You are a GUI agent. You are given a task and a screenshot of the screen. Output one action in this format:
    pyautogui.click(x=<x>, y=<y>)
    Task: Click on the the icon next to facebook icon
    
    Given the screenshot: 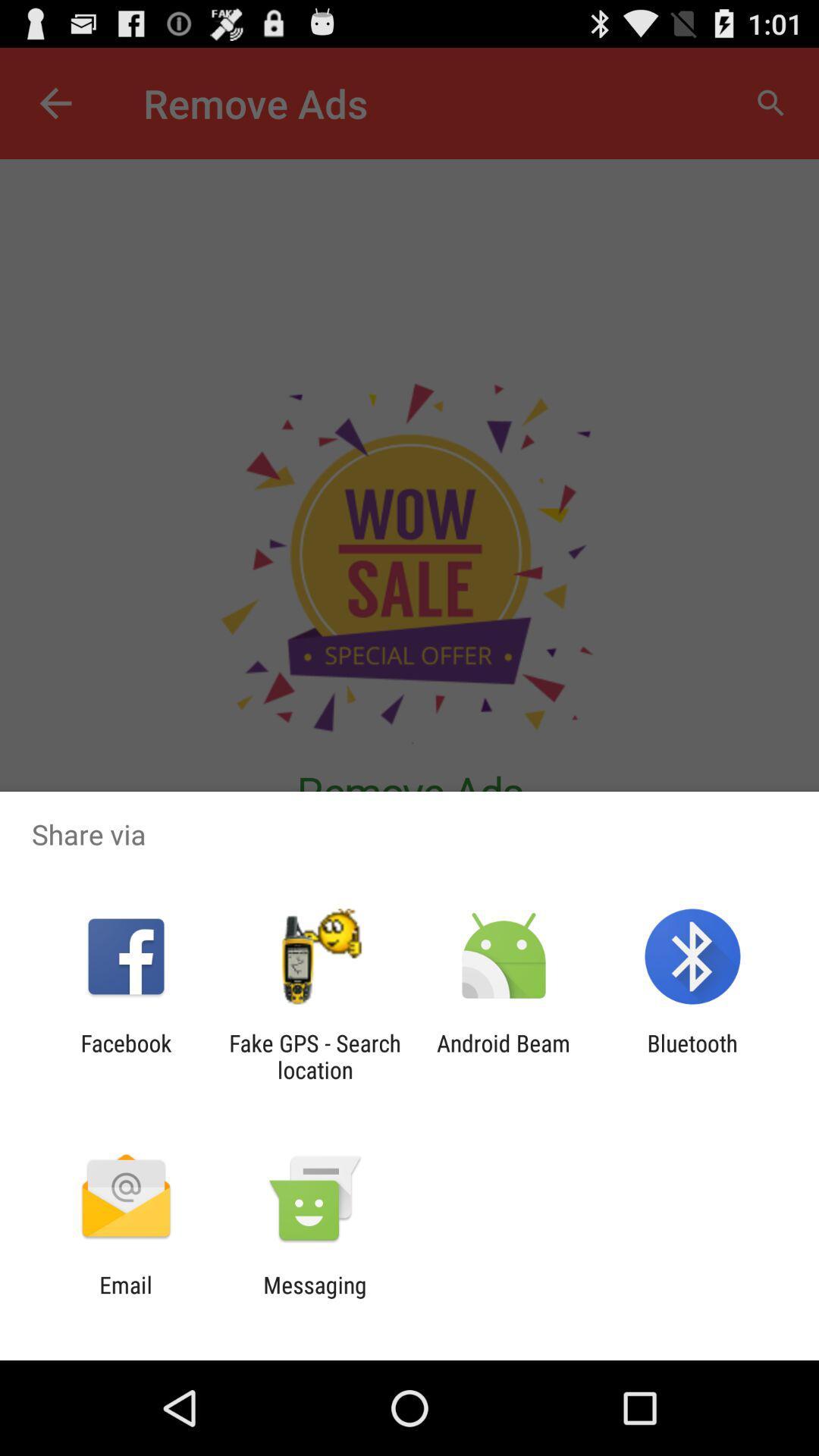 What is the action you would take?
    pyautogui.click(x=314, y=1056)
    